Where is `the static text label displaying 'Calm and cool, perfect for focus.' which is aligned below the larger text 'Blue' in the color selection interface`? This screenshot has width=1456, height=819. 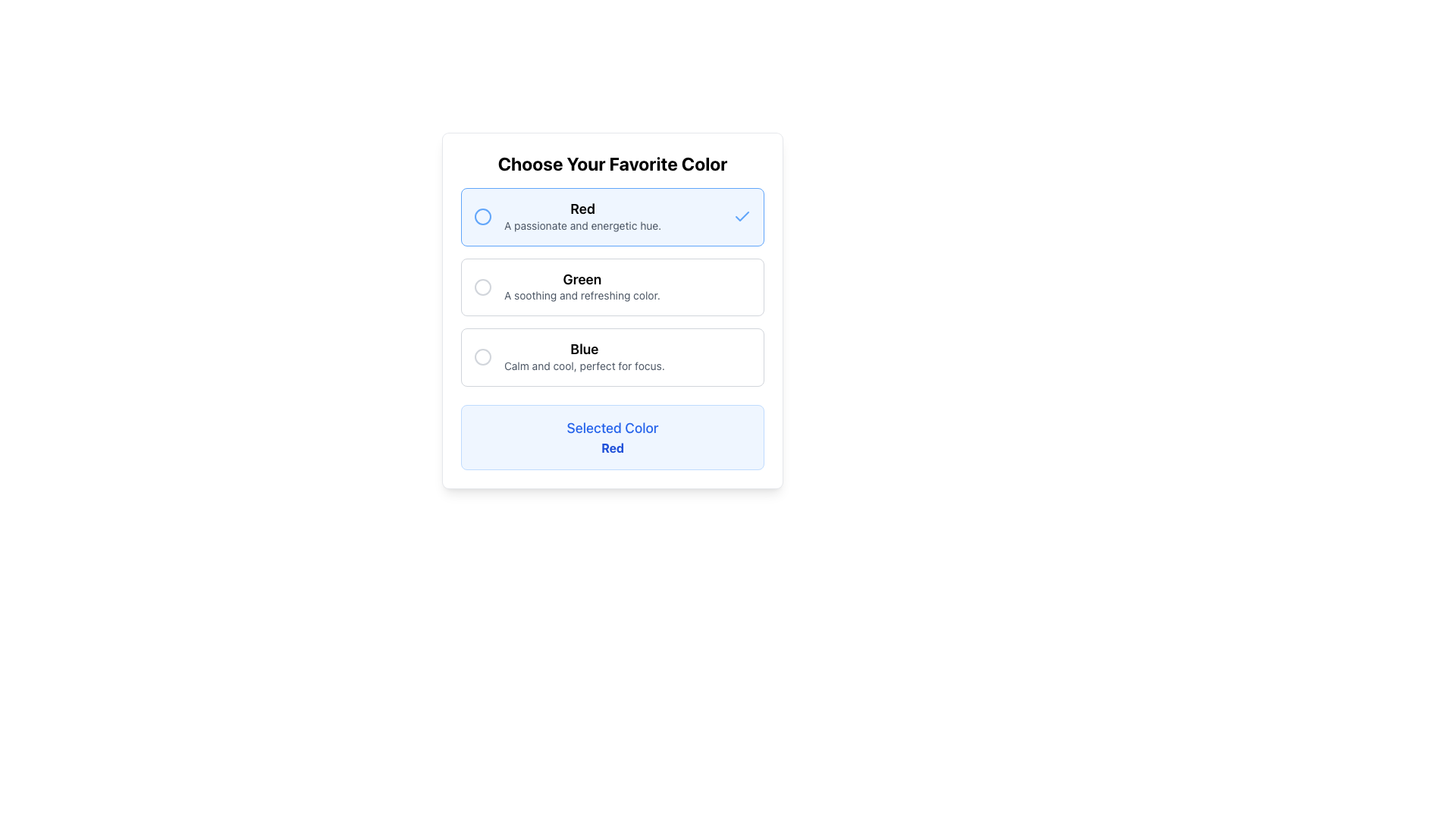
the static text label displaying 'Calm and cool, perfect for focus.' which is aligned below the larger text 'Blue' in the color selection interface is located at coordinates (583, 366).